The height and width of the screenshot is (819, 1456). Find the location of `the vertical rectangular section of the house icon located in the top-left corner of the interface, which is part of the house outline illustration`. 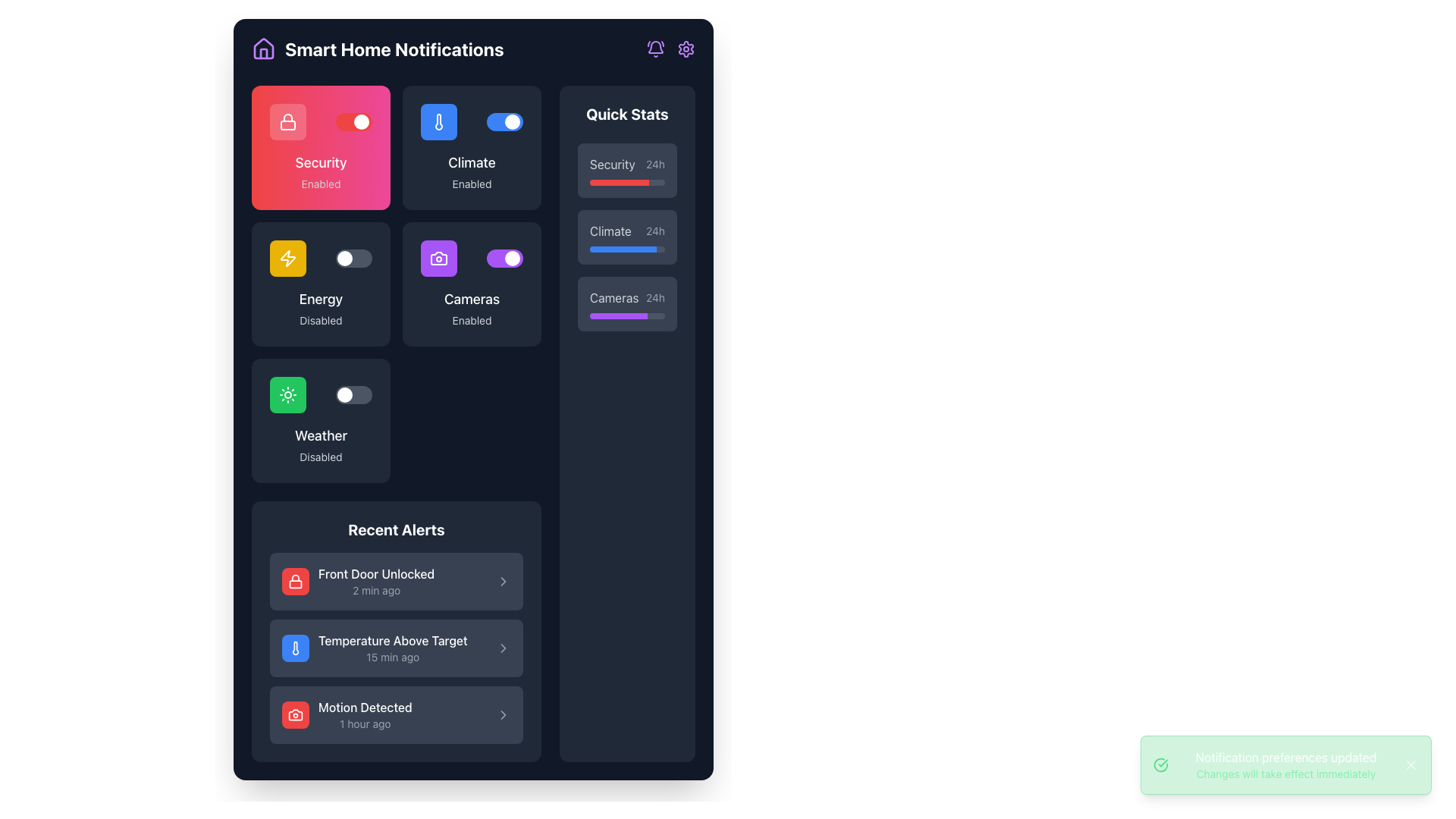

the vertical rectangular section of the house icon located in the top-left corner of the interface, which is part of the house outline illustration is located at coordinates (263, 52).